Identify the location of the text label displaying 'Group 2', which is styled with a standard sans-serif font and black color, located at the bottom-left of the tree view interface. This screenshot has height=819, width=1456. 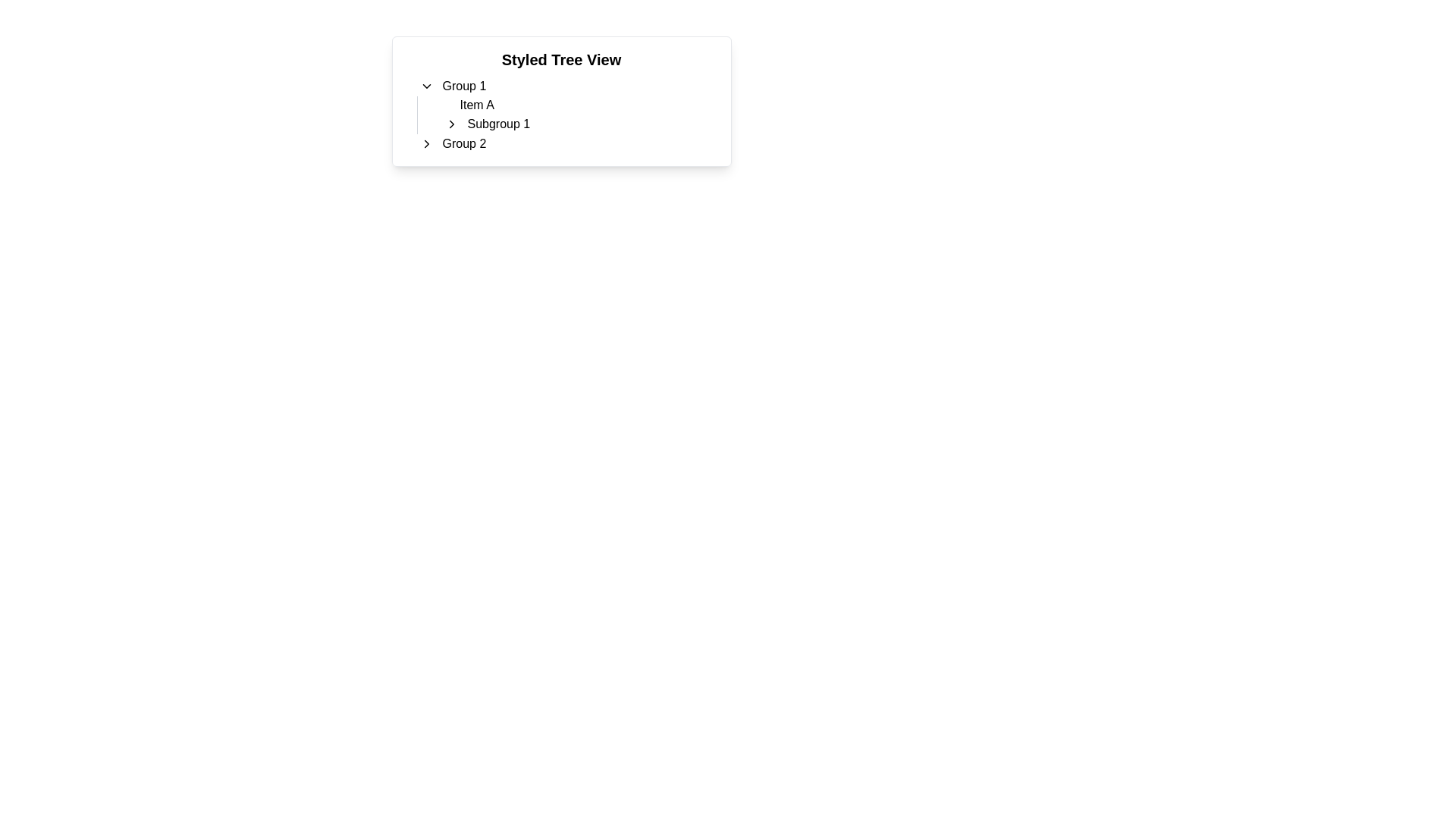
(463, 143).